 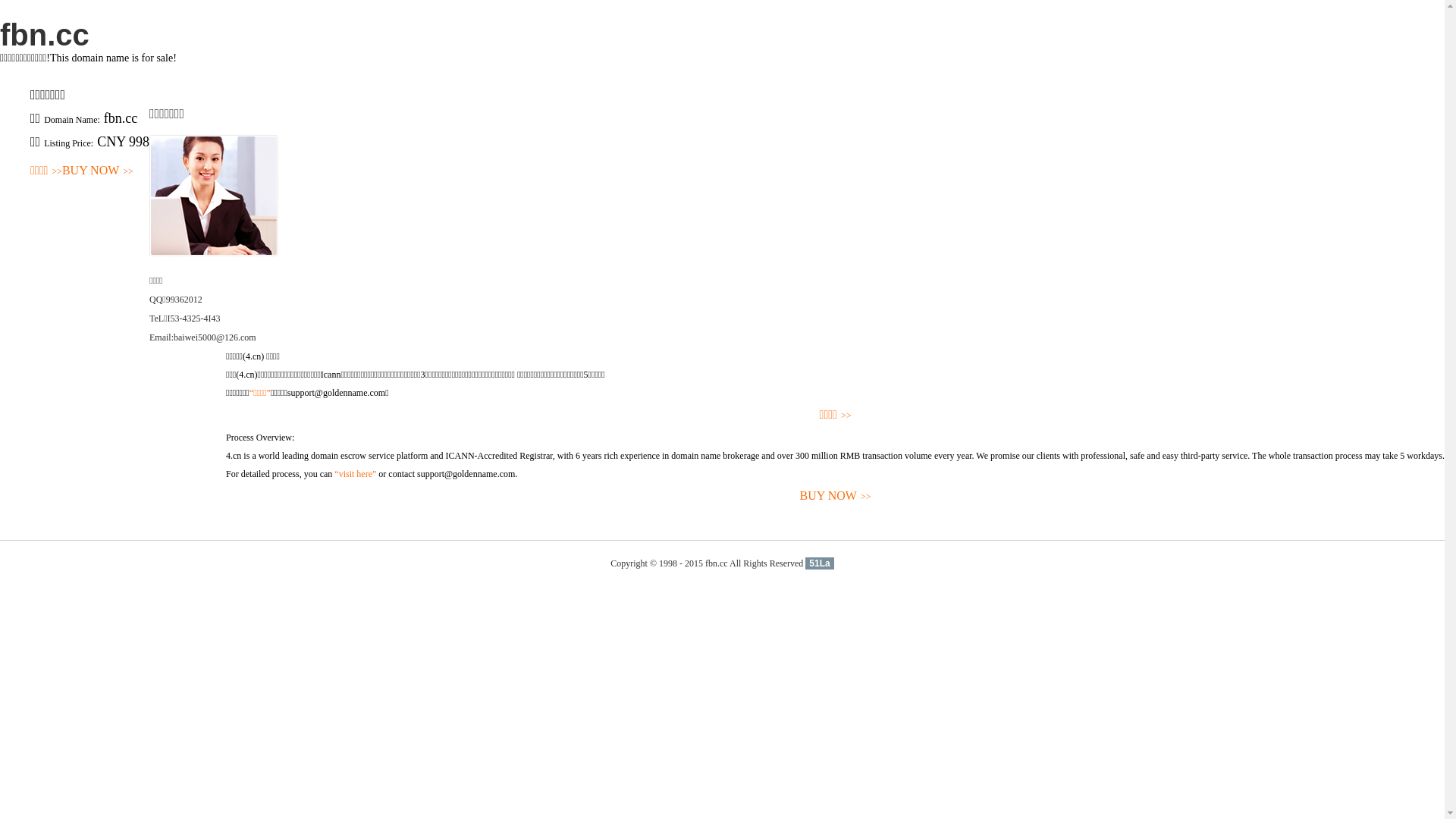 What do you see at coordinates (61, 171) in the screenshot?
I see `'BUY NOW>>'` at bounding box center [61, 171].